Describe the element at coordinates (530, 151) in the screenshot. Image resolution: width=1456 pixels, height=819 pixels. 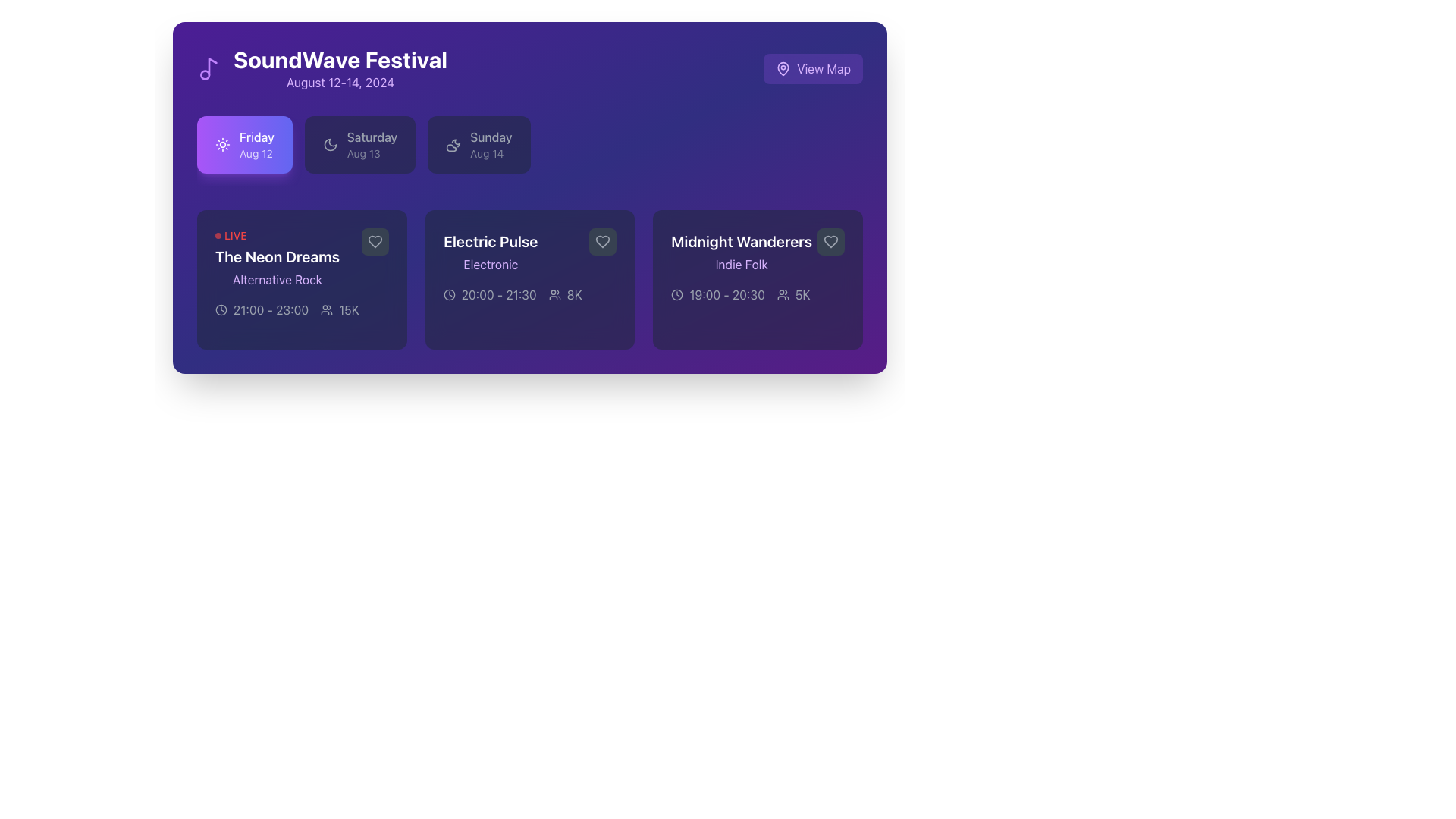
I see `the horizontal tab bar with selectable date items` at that location.